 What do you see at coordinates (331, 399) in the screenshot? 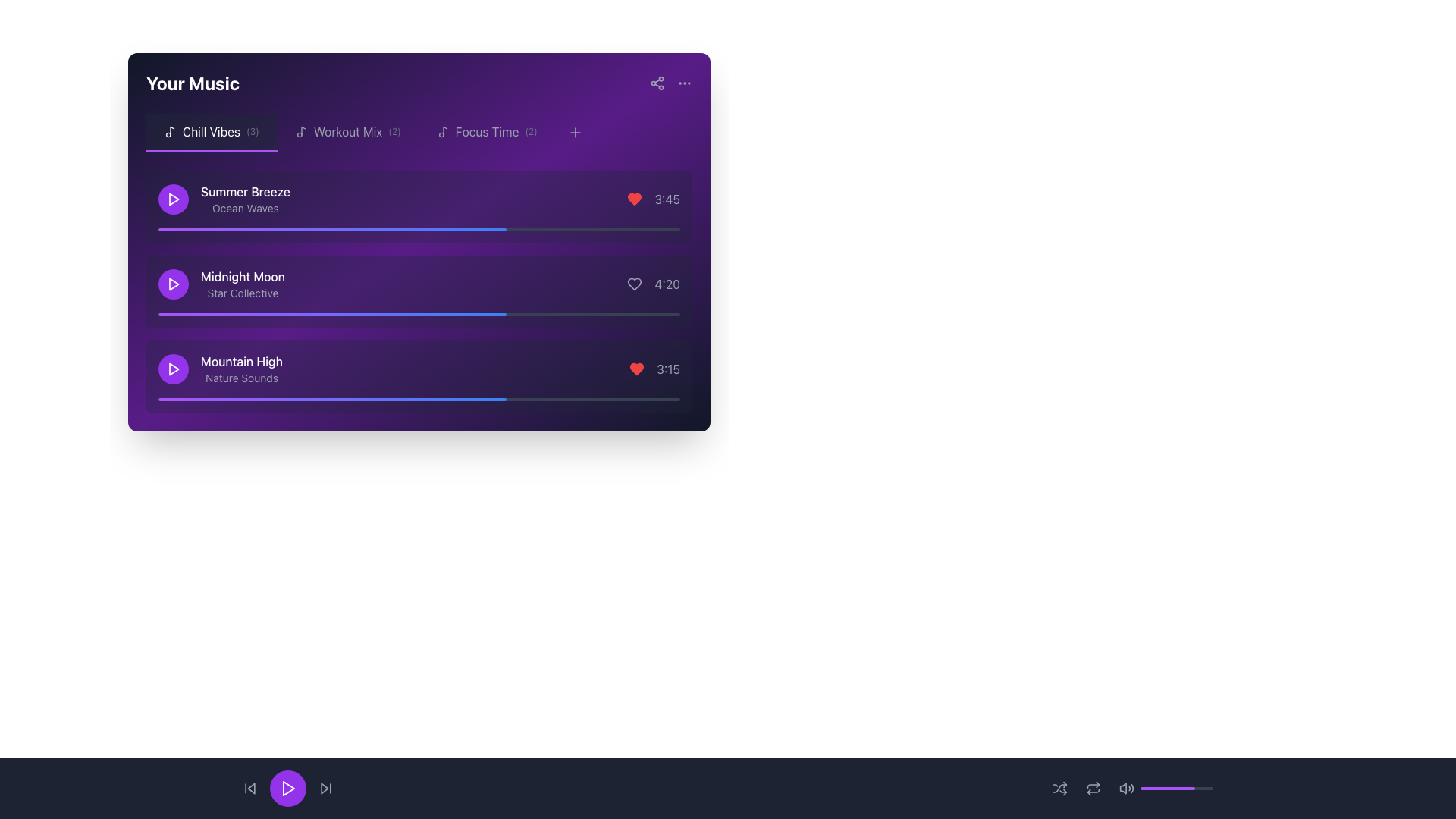
I see `the progress indicator bar located at the bottom of the 'Mountain High' music item in the playlist interface, characterized by its gradient background from purple to blue and rounded edges` at bounding box center [331, 399].